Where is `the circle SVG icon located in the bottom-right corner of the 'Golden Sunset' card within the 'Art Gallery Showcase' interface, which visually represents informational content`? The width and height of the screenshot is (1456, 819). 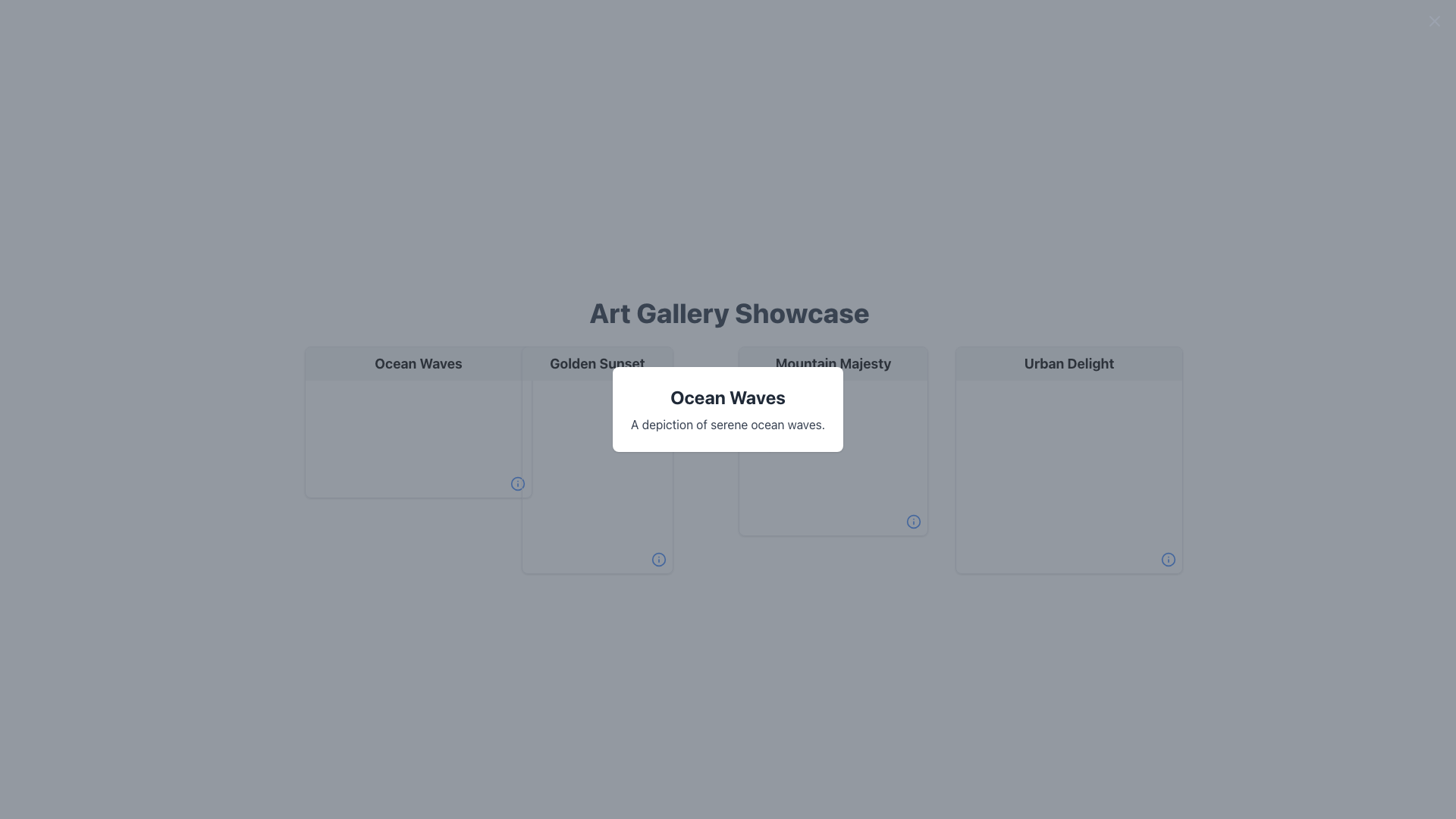
the circle SVG icon located in the bottom-right corner of the 'Golden Sunset' card within the 'Art Gallery Showcase' interface, which visually represents informational content is located at coordinates (517, 483).